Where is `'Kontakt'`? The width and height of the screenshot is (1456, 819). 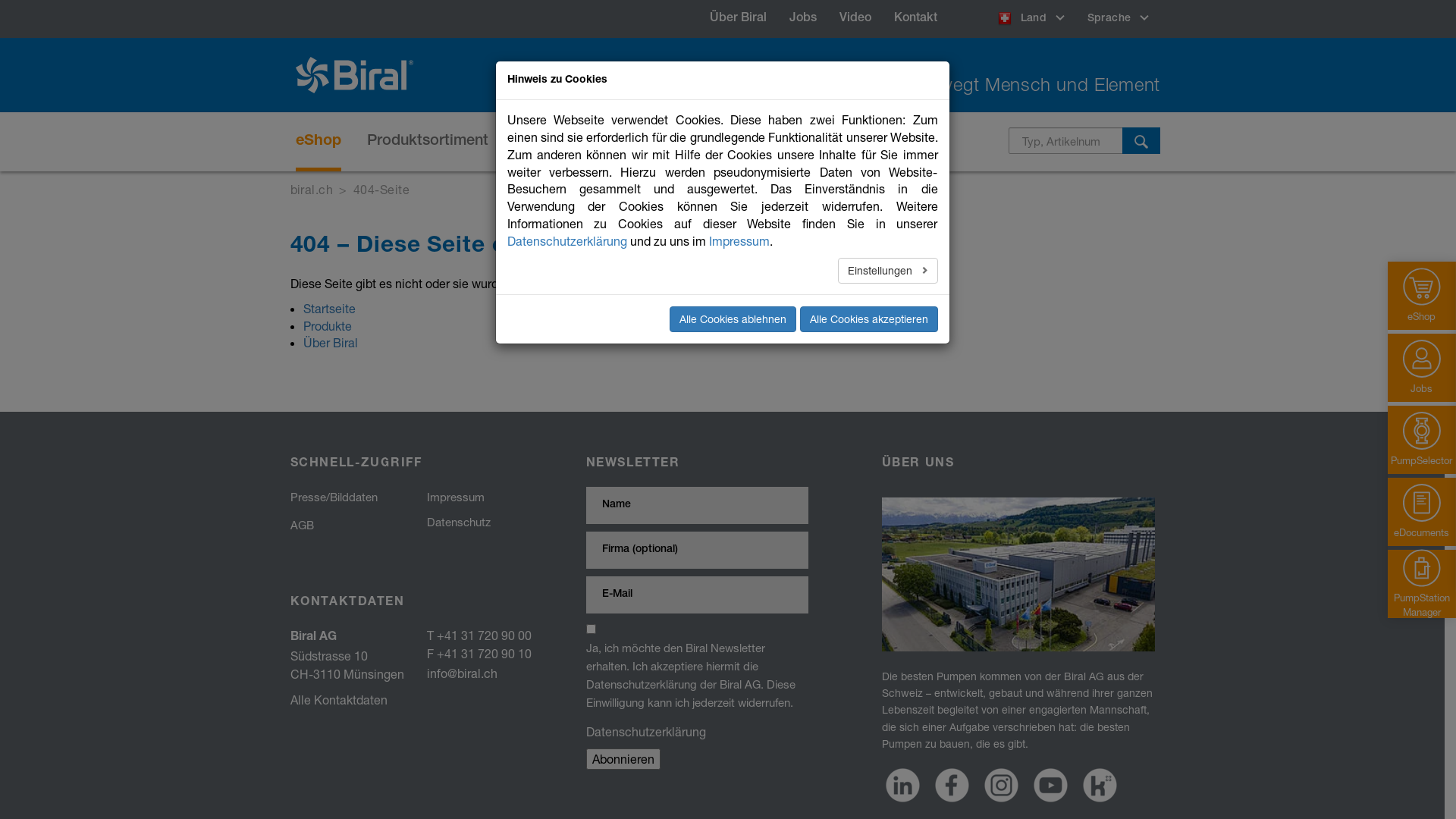
'Kontakt' is located at coordinates (882, 18).